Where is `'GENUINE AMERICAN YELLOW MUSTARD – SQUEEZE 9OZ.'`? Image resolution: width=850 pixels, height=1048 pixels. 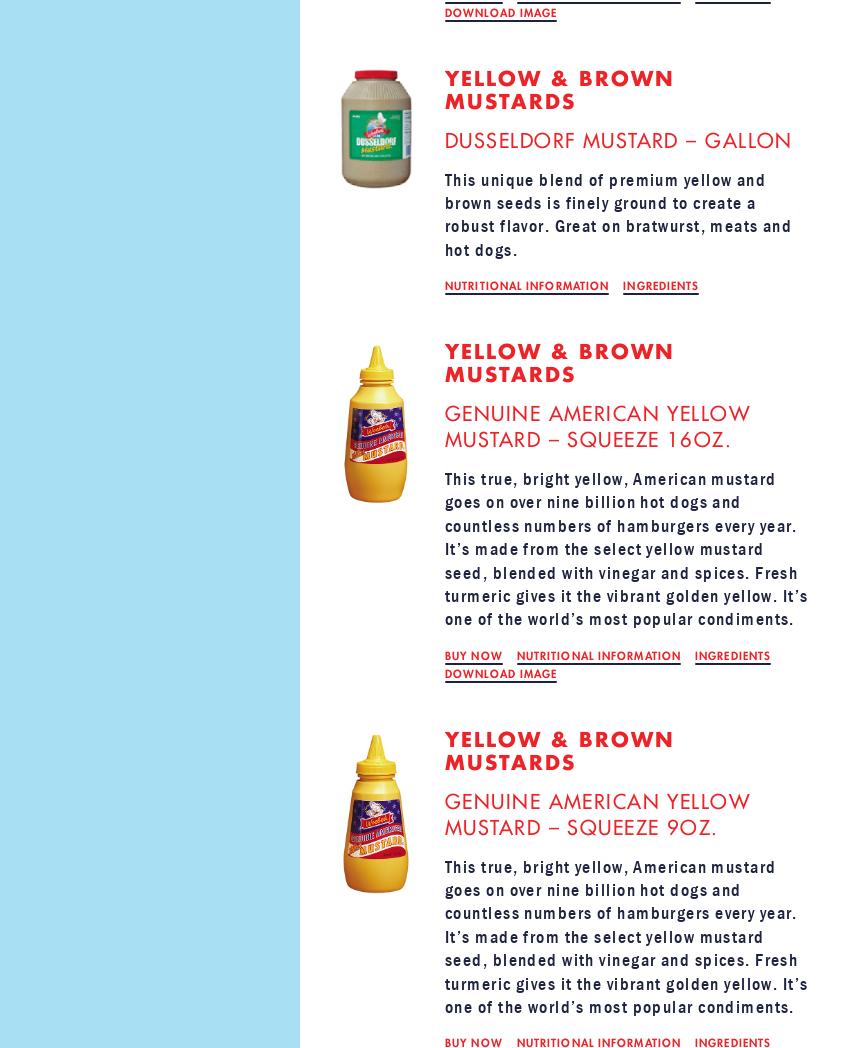 'GENUINE AMERICAN YELLOW MUSTARD – SQUEEZE 9OZ.' is located at coordinates (596, 812).